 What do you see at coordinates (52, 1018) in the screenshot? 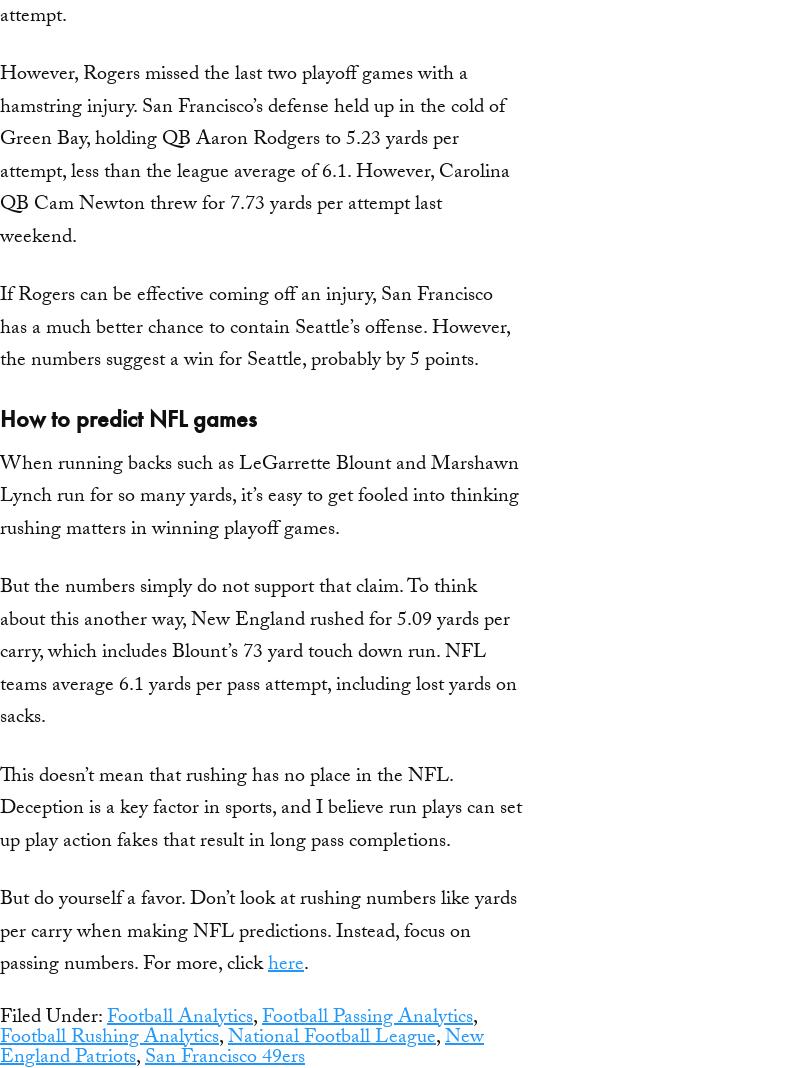
I see `'Filed Under:'` at bounding box center [52, 1018].